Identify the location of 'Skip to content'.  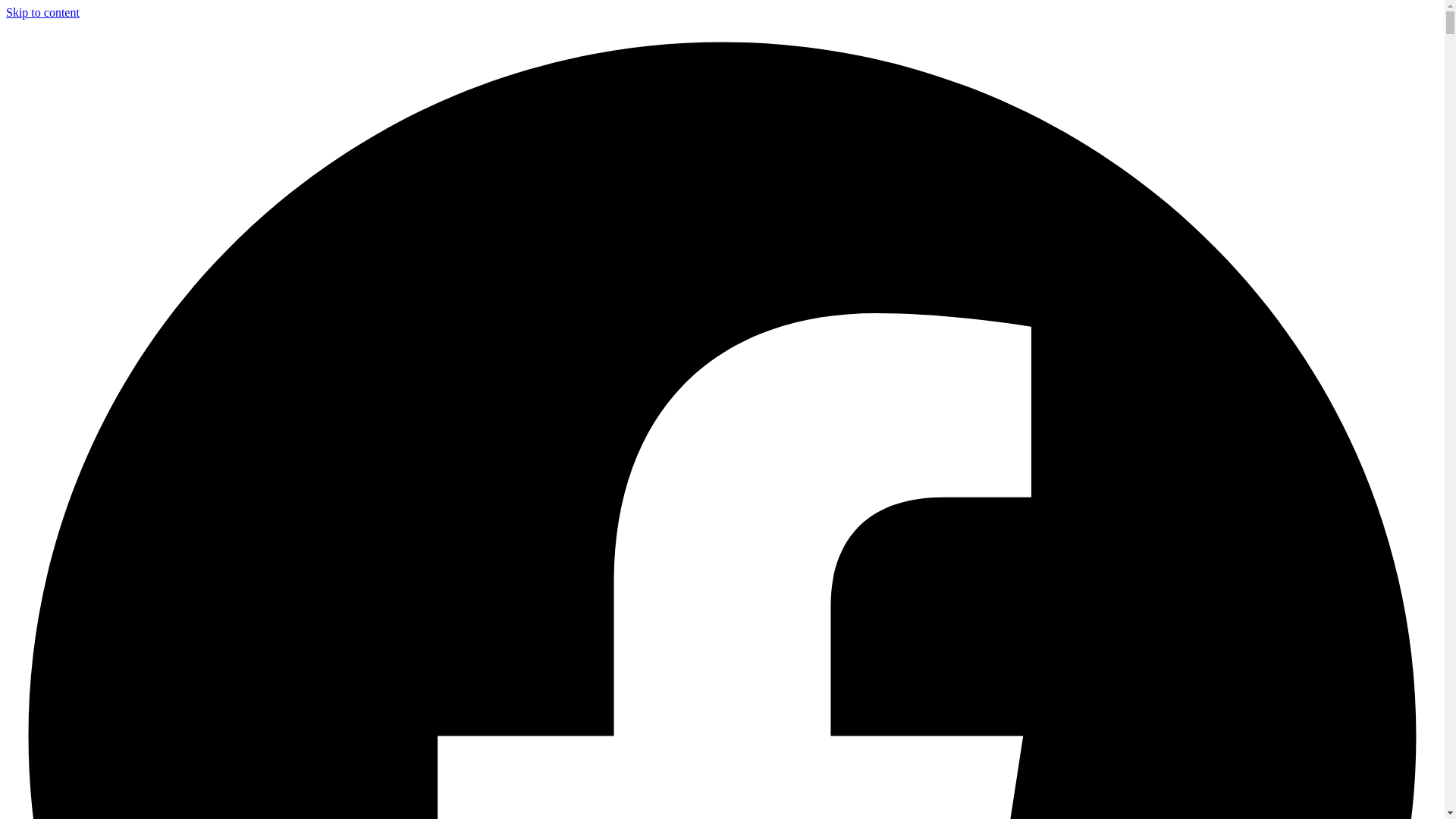
(42, 12).